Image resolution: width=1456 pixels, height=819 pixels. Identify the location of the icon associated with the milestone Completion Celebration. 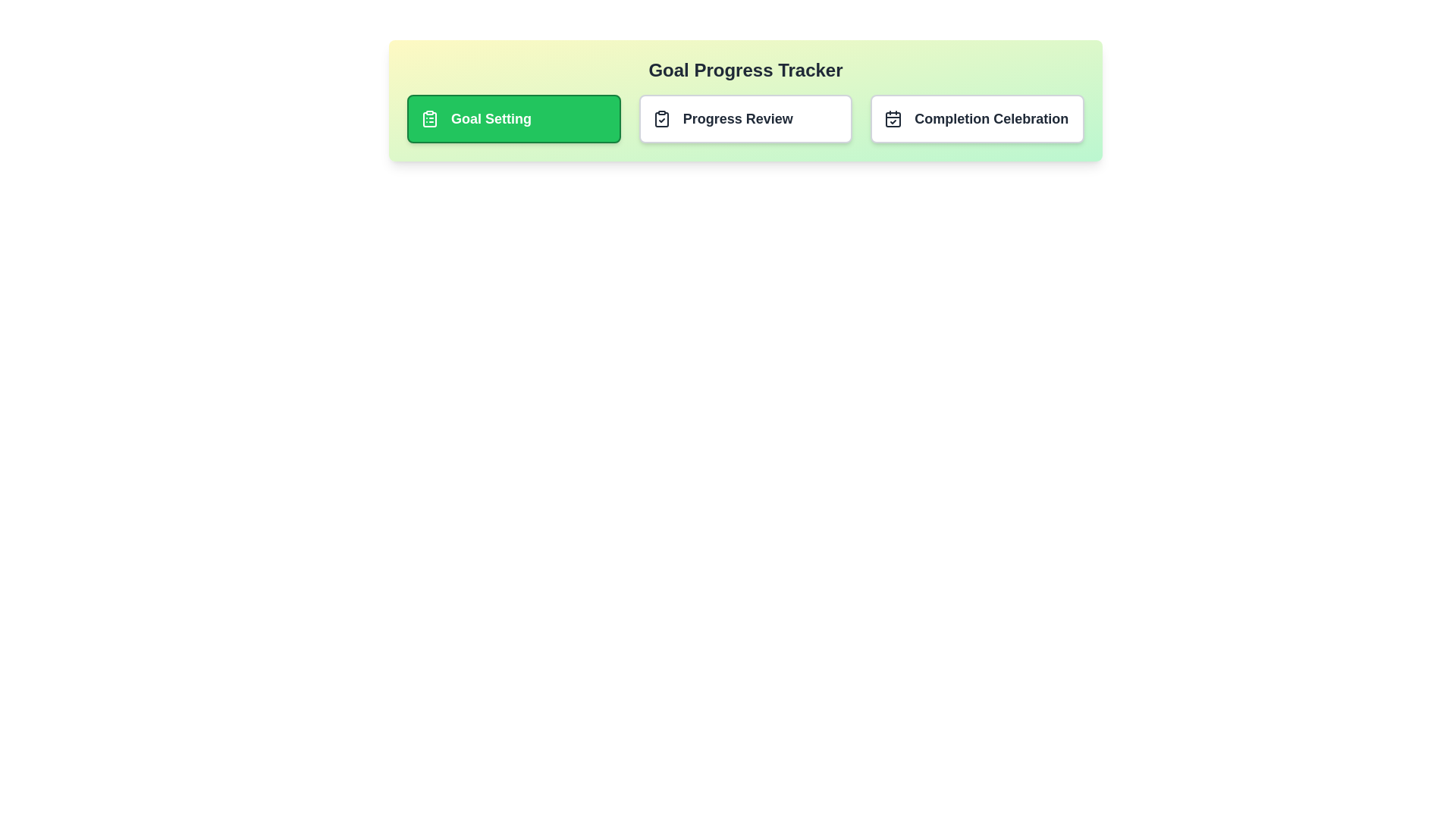
(893, 118).